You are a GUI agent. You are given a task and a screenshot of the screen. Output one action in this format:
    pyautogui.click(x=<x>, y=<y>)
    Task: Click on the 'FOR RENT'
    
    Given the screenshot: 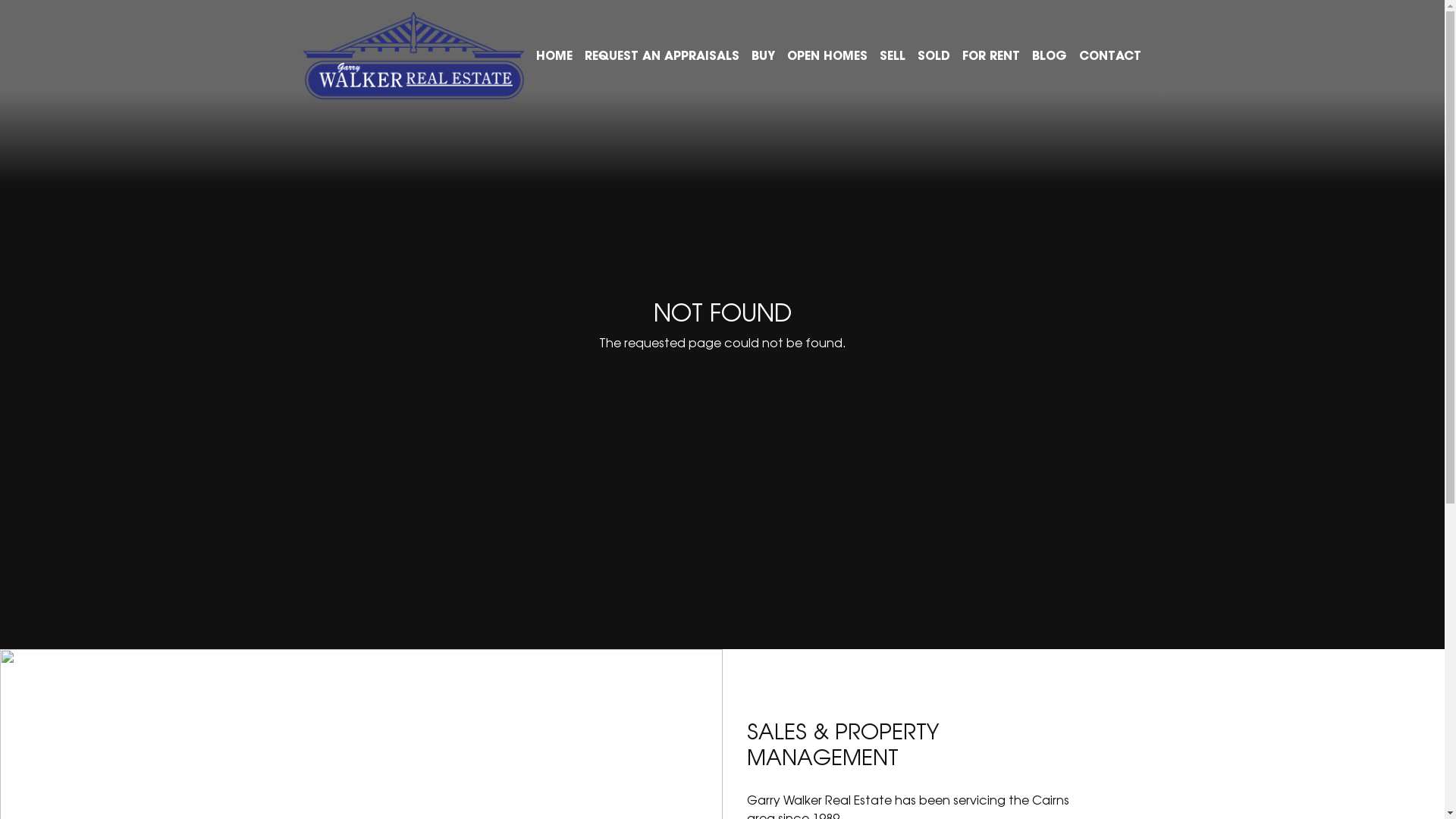 What is the action you would take?
    pyautogui.click(x=990, y=55)
    